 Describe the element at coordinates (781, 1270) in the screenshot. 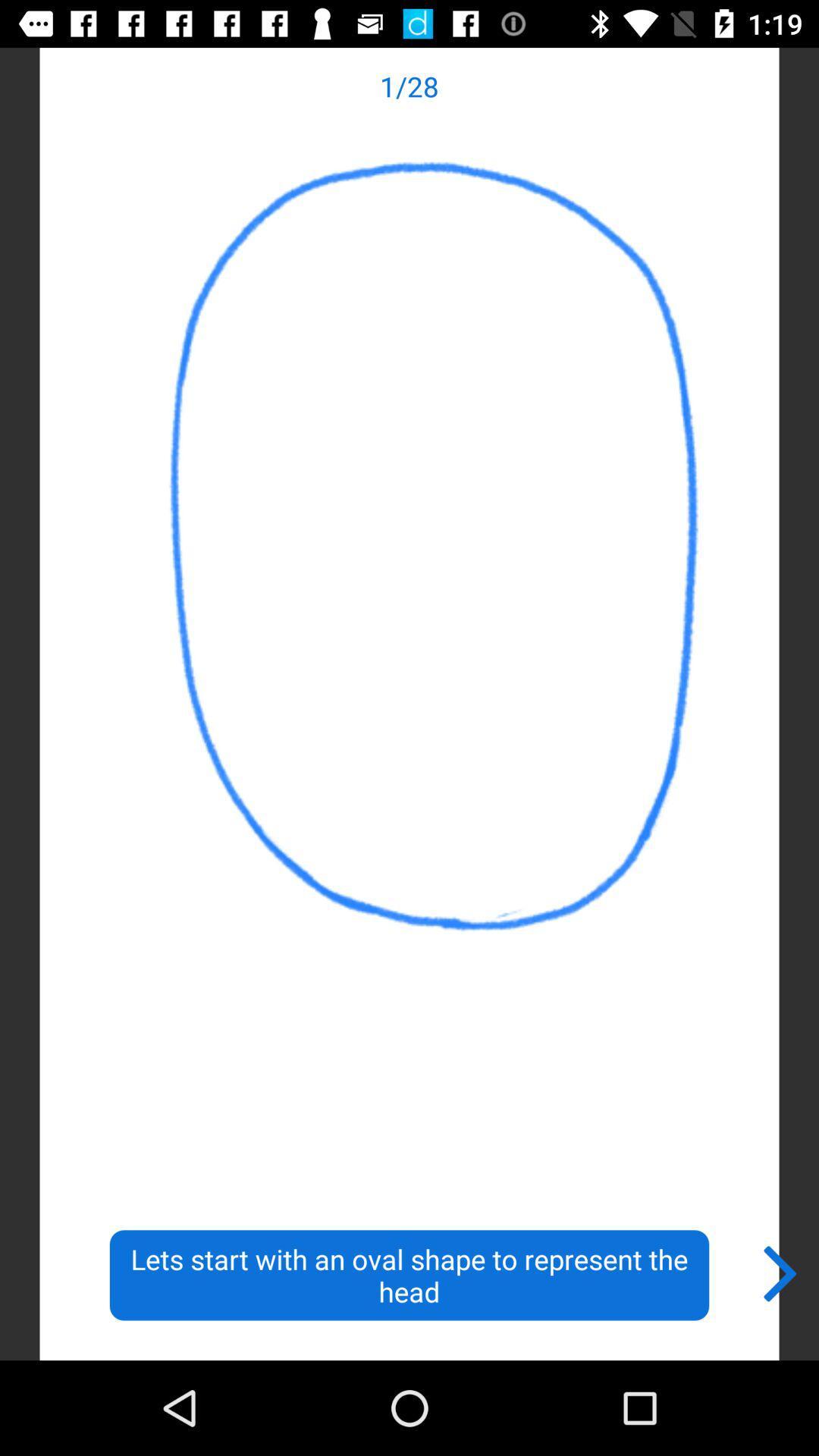

I see `icon to the right of lets start with` at that location.